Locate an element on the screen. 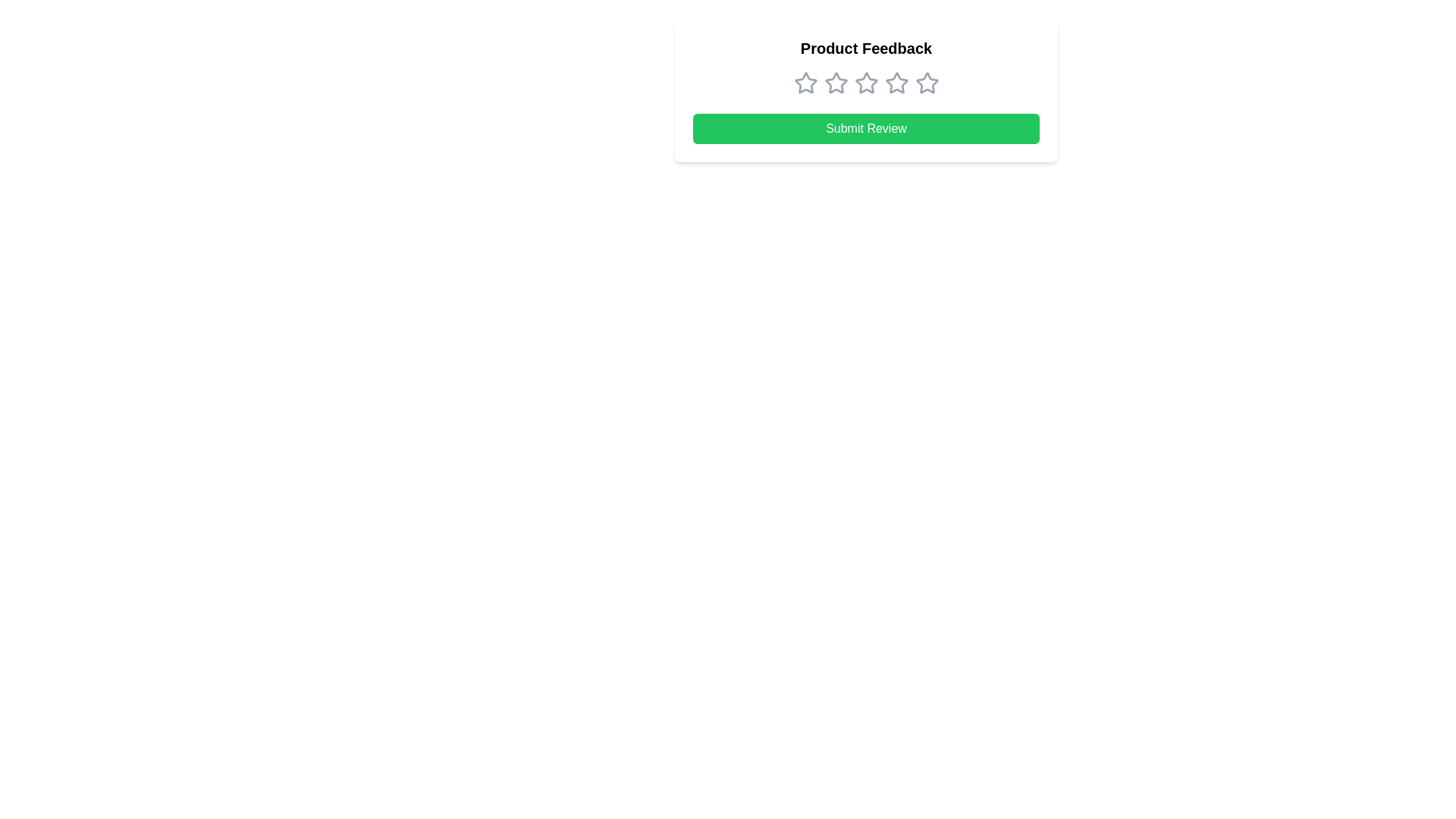  the third star-shaped Rating icon with a gray outline is located at coordinates (866, 83).